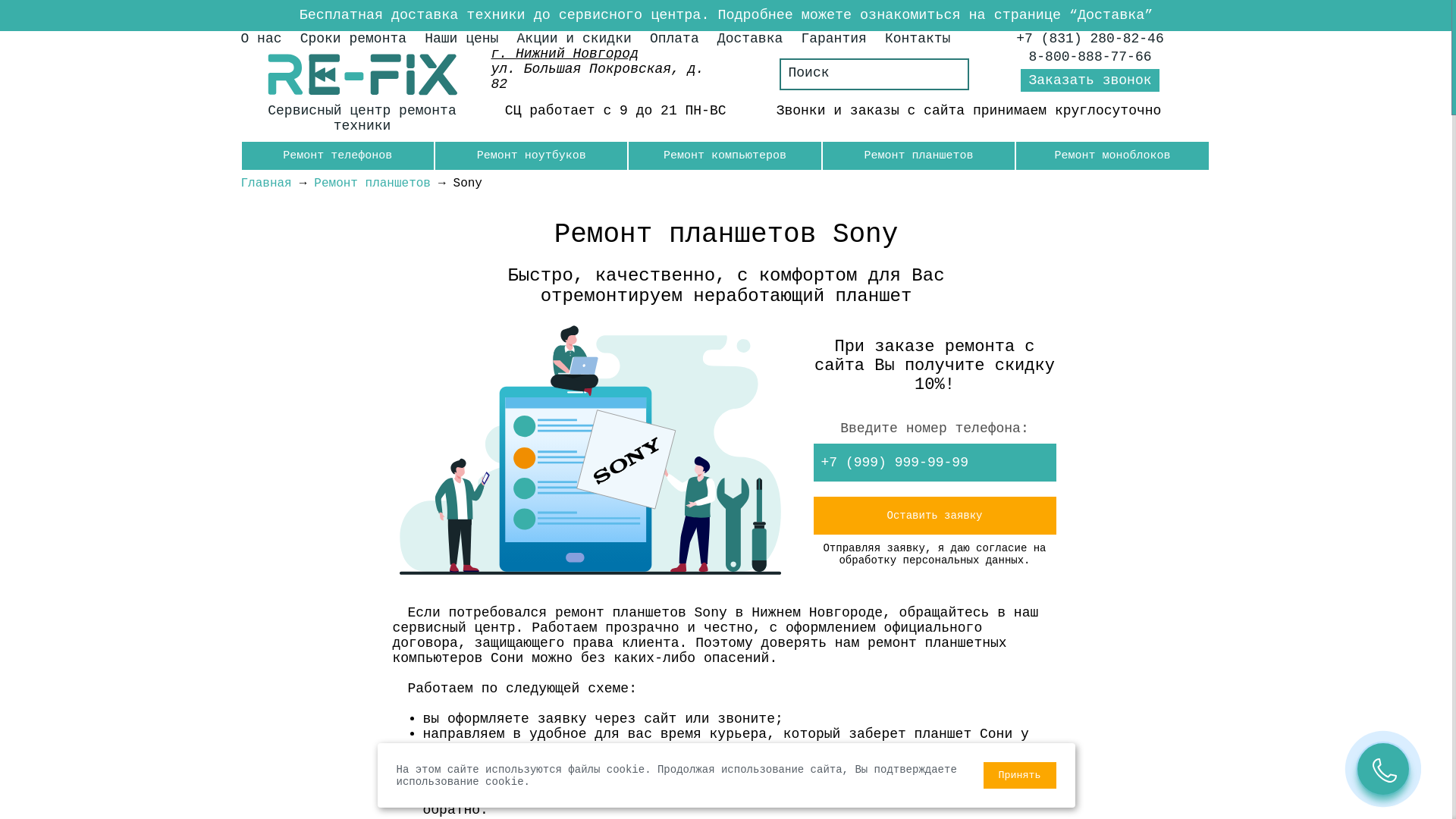  Describe the element at coordinates (1090, 55) in the screenshot. I see `'8-800-888-77-66'` at that location.